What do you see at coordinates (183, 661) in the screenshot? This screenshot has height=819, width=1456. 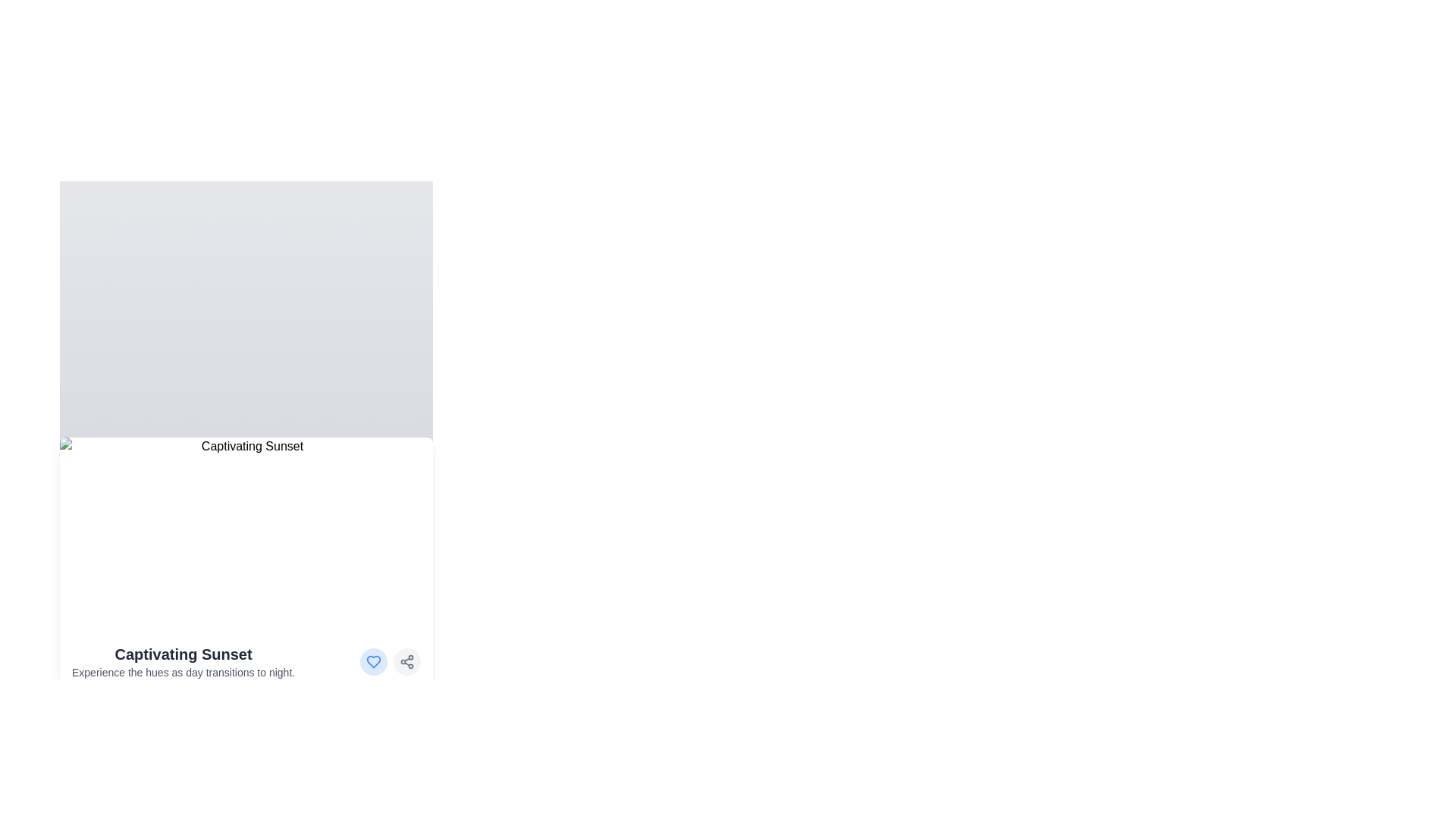 I see `the descriptive text block located at the bottom left of the card layout` at bounding box center [183, 661].